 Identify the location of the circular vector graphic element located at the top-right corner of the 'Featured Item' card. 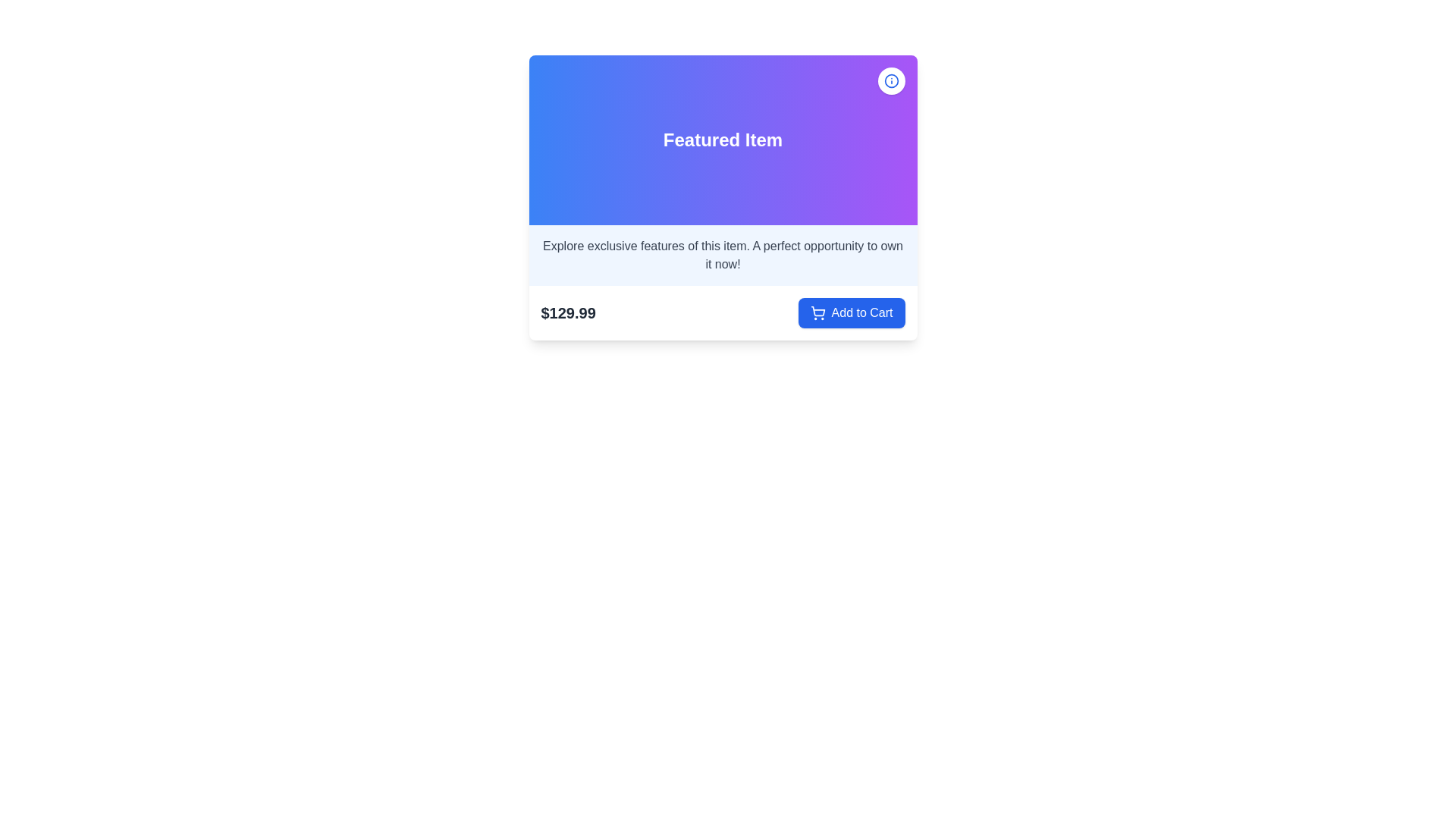
(891, 81).